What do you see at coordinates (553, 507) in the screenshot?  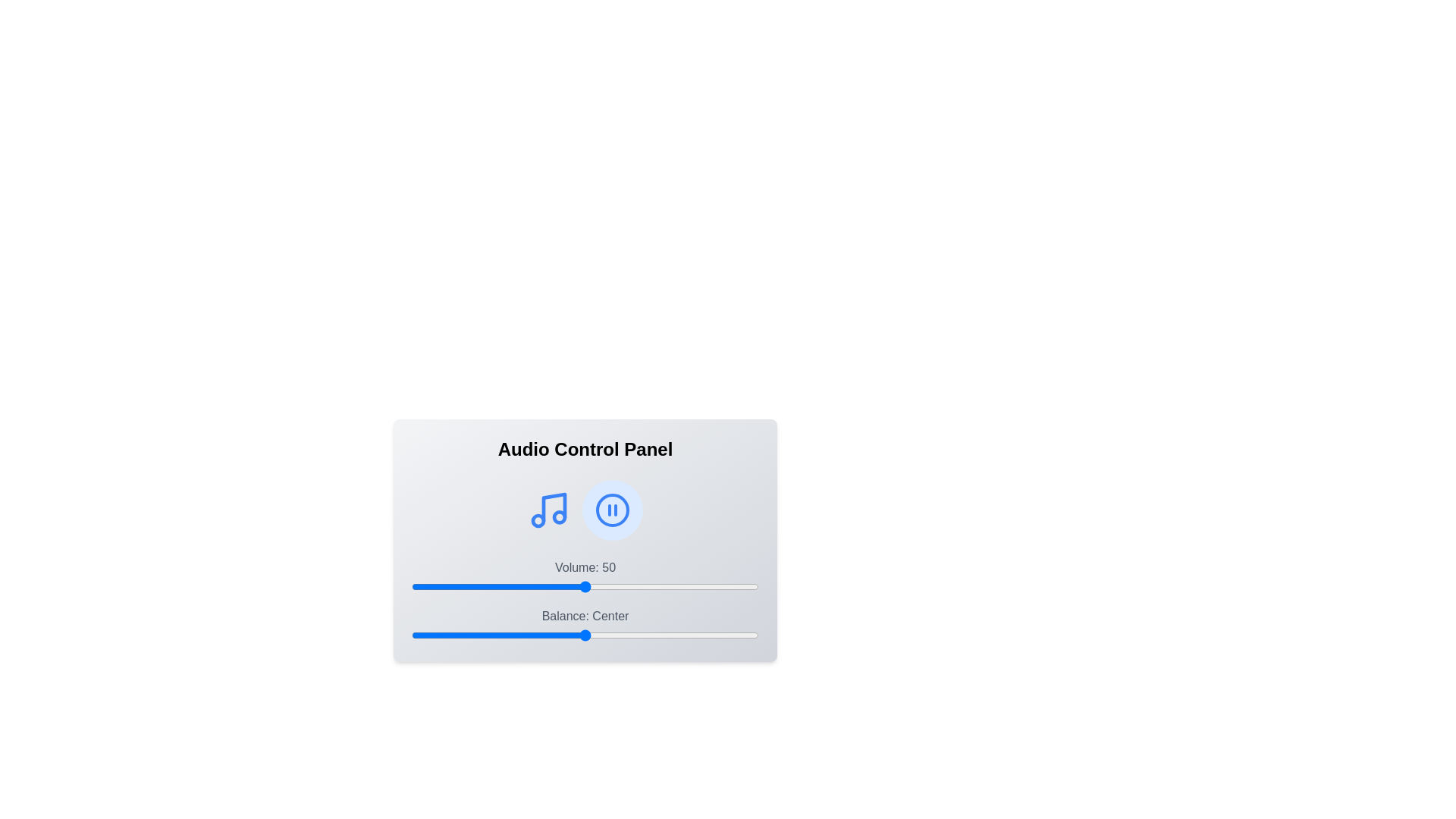 I see `the musical note icon located in the Audio Control Panel, which serves as a visual indicator for music functionality` at bounding box center [553, 507].